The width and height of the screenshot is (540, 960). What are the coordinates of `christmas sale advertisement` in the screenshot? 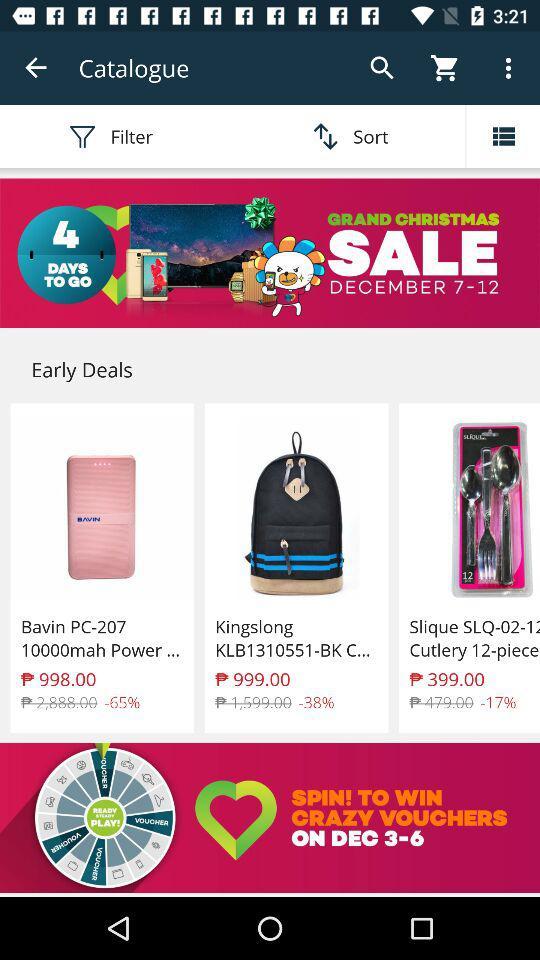 It's located at (270, 252).